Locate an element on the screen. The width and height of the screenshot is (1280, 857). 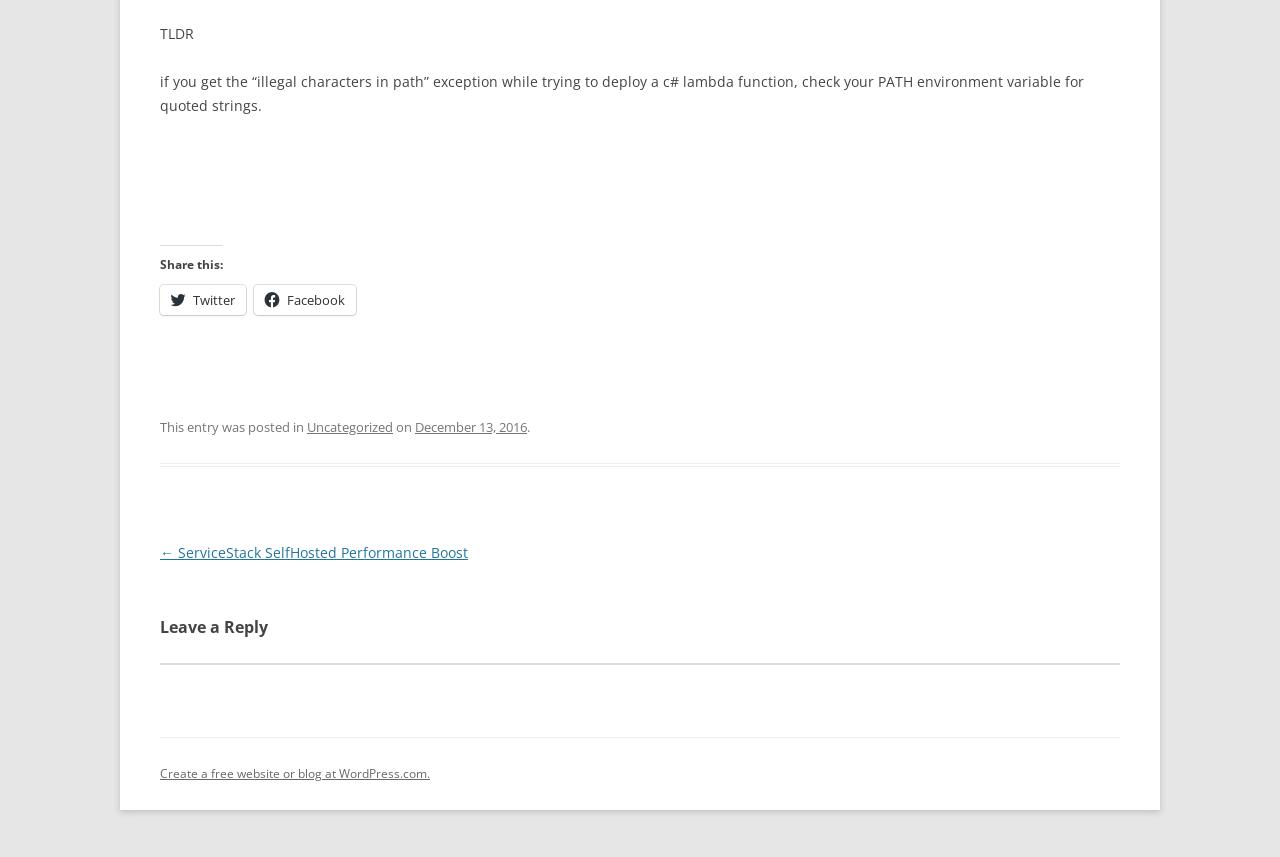
'Leave a Reply' is located at coordinates (214, 626).